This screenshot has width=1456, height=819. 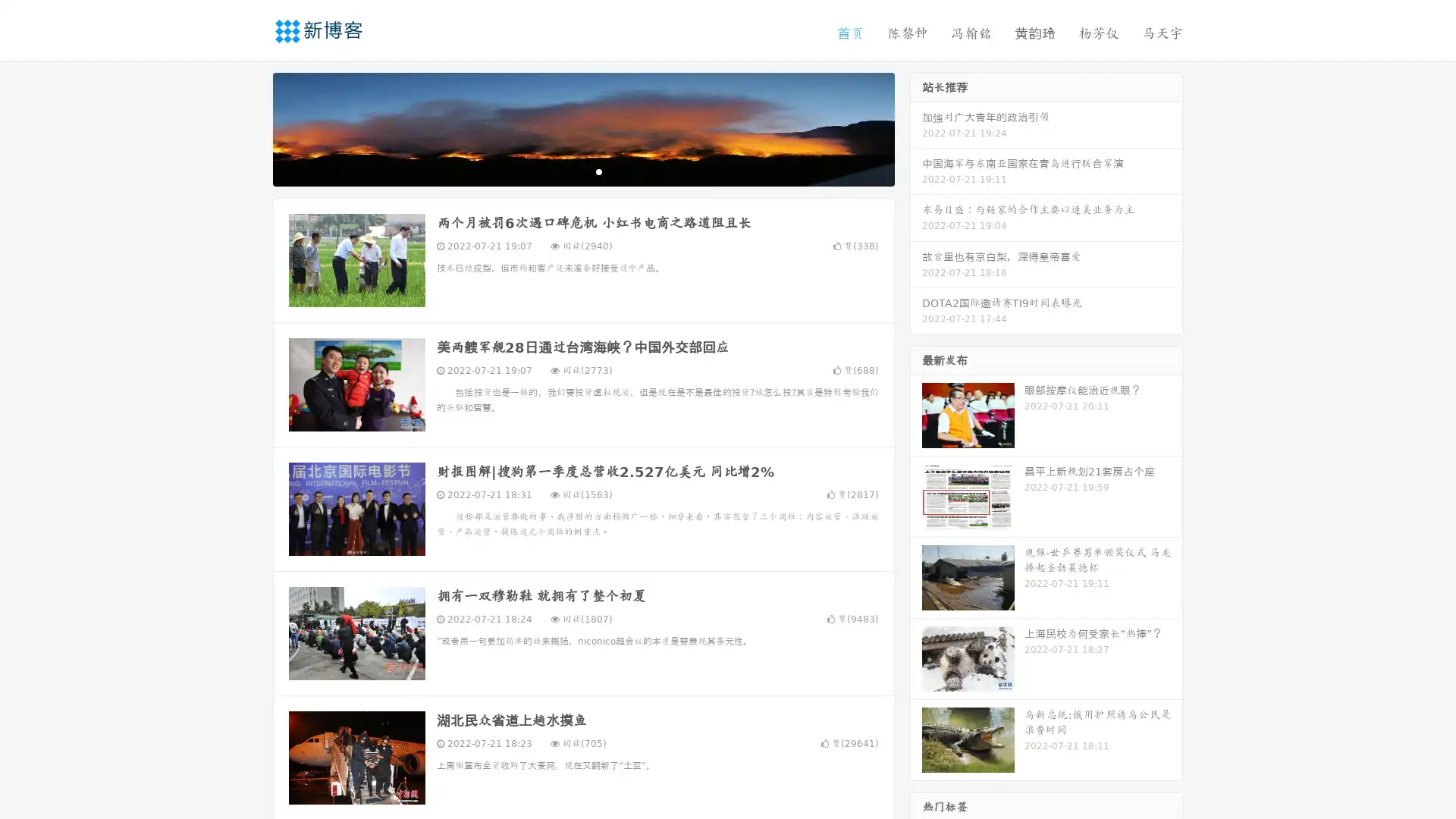 What do you see at coordinates (250, 127) in the screenshot?
I see `Previous slide` at bounding box center [250, 127].